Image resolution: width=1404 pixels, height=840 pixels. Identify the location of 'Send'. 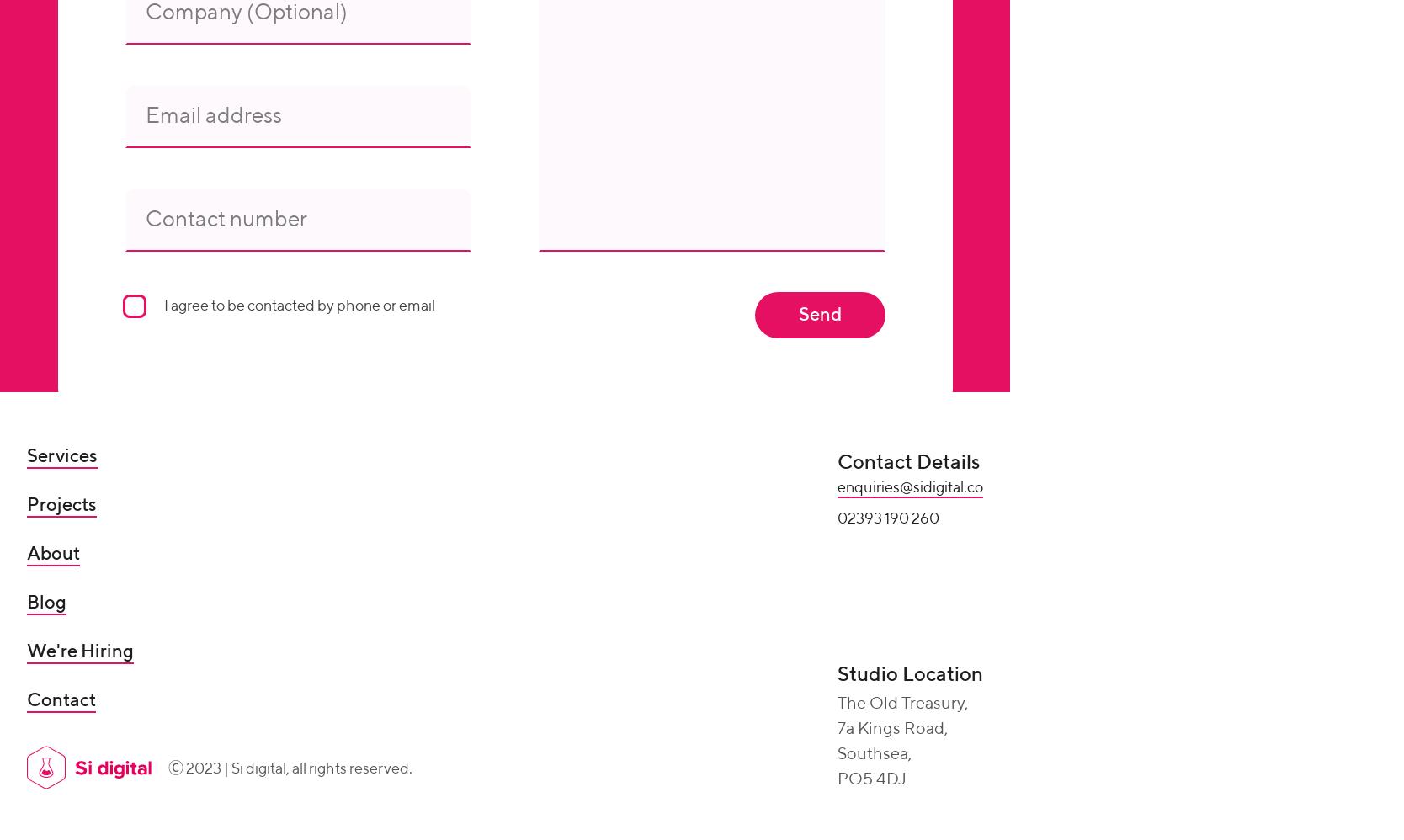
(796, 313).